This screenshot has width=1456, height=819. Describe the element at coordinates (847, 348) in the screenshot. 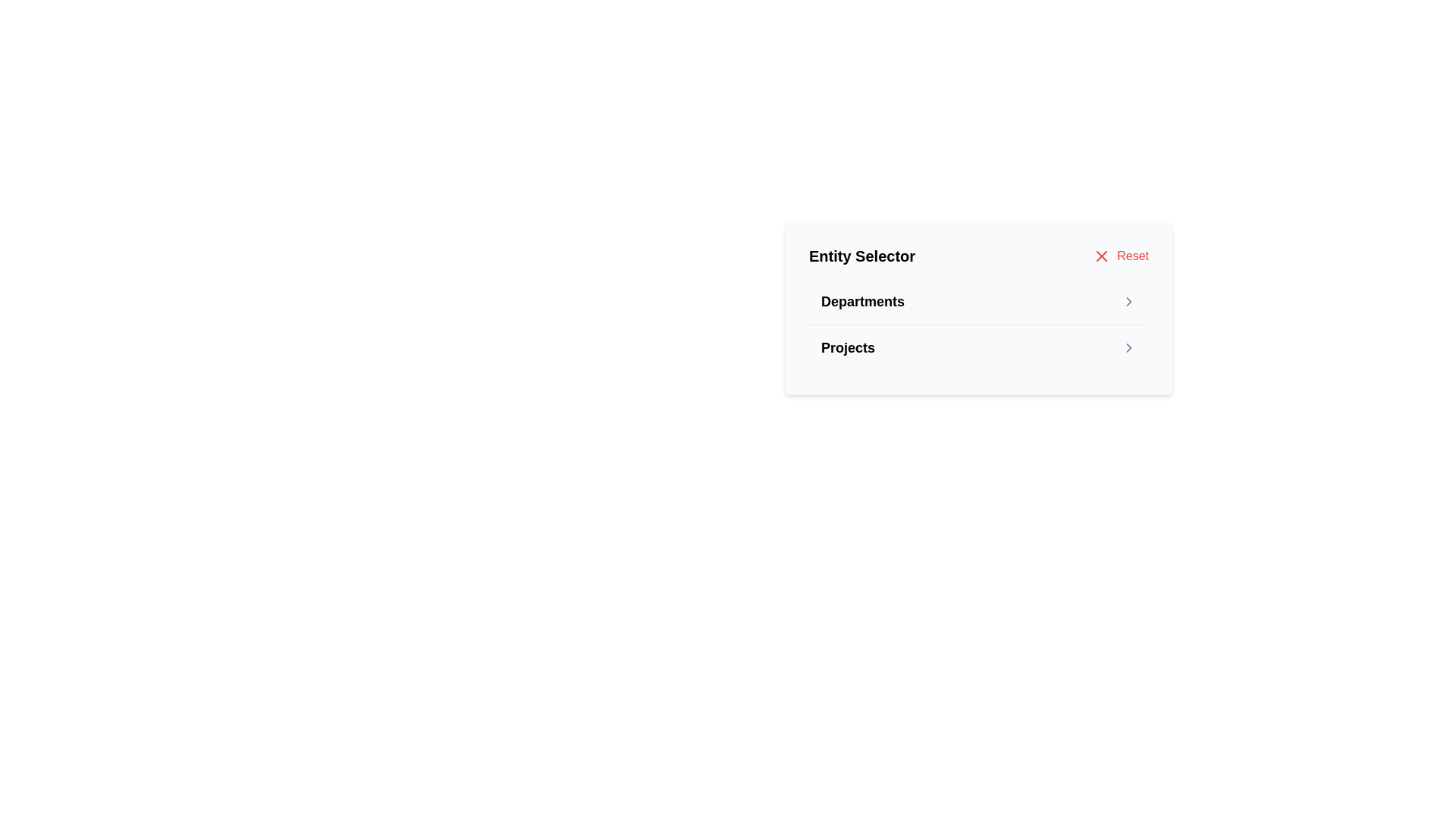

I see `the 'Projects' text label located in the bottom row of the card interface, aligned below 'Departments' and followed by an arrow icon` at that location.